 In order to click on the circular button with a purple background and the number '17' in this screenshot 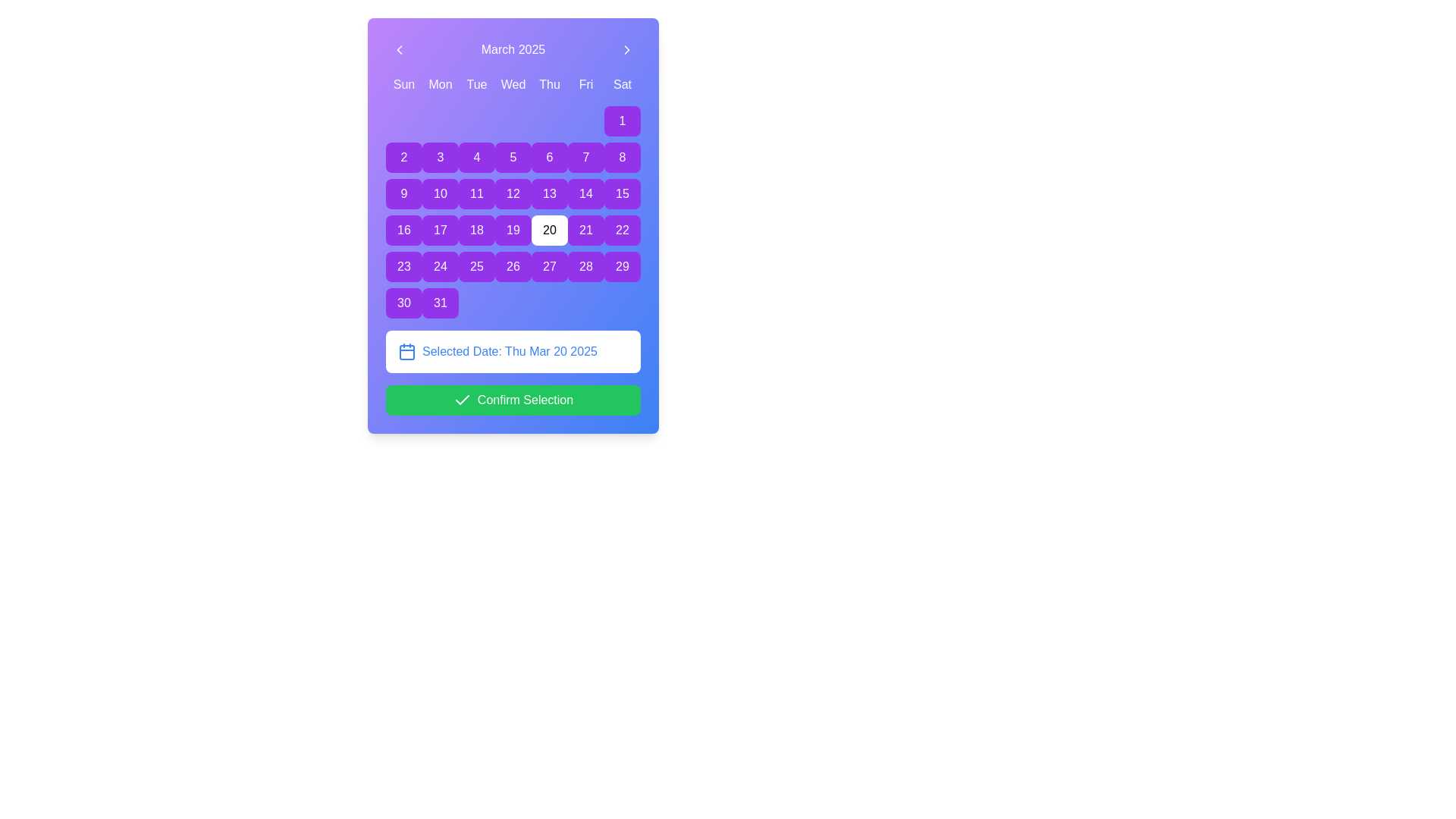, I will do `click(439, 231)`.